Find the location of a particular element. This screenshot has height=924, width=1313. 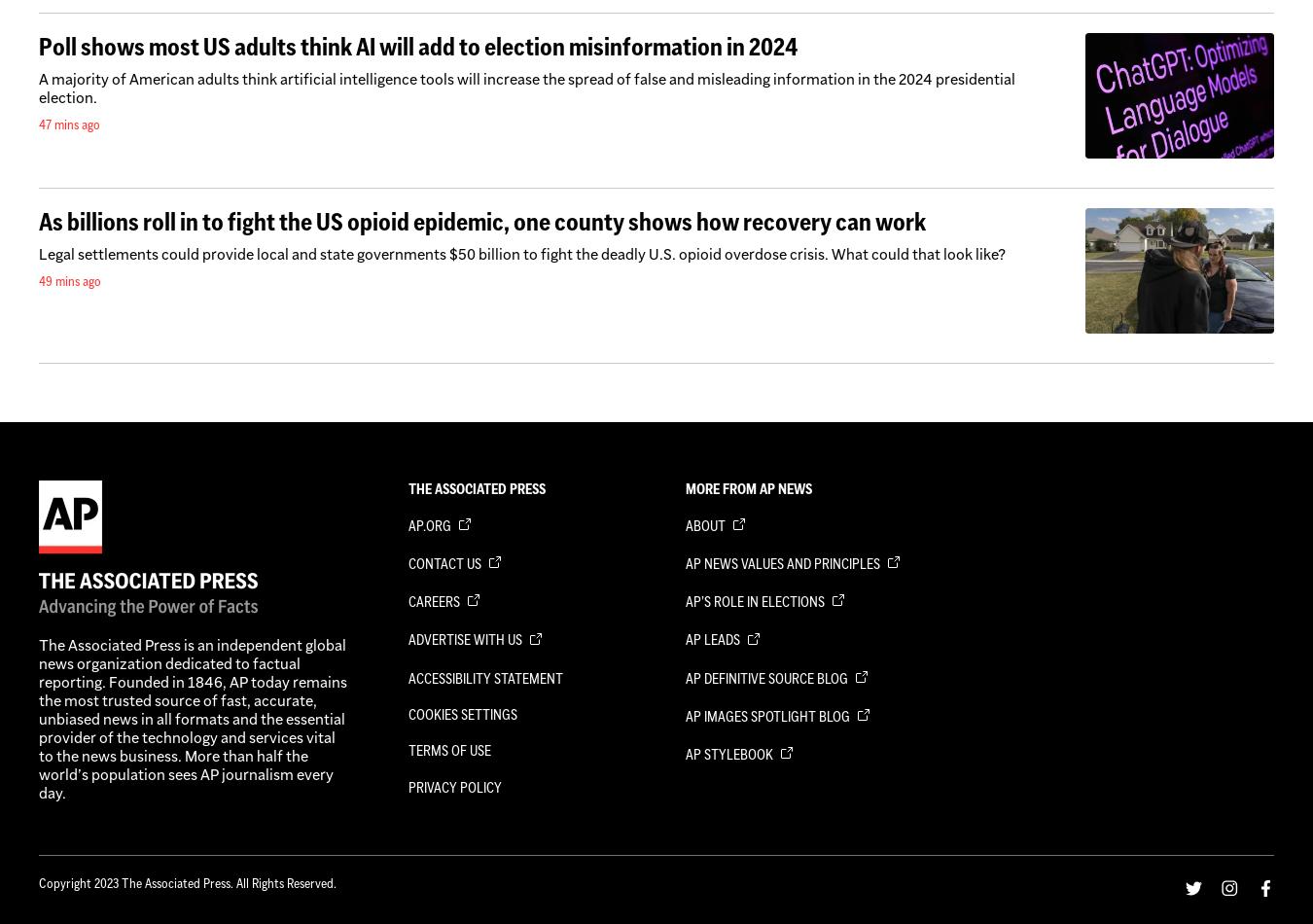

'About' is located at coordinates (705, 524).